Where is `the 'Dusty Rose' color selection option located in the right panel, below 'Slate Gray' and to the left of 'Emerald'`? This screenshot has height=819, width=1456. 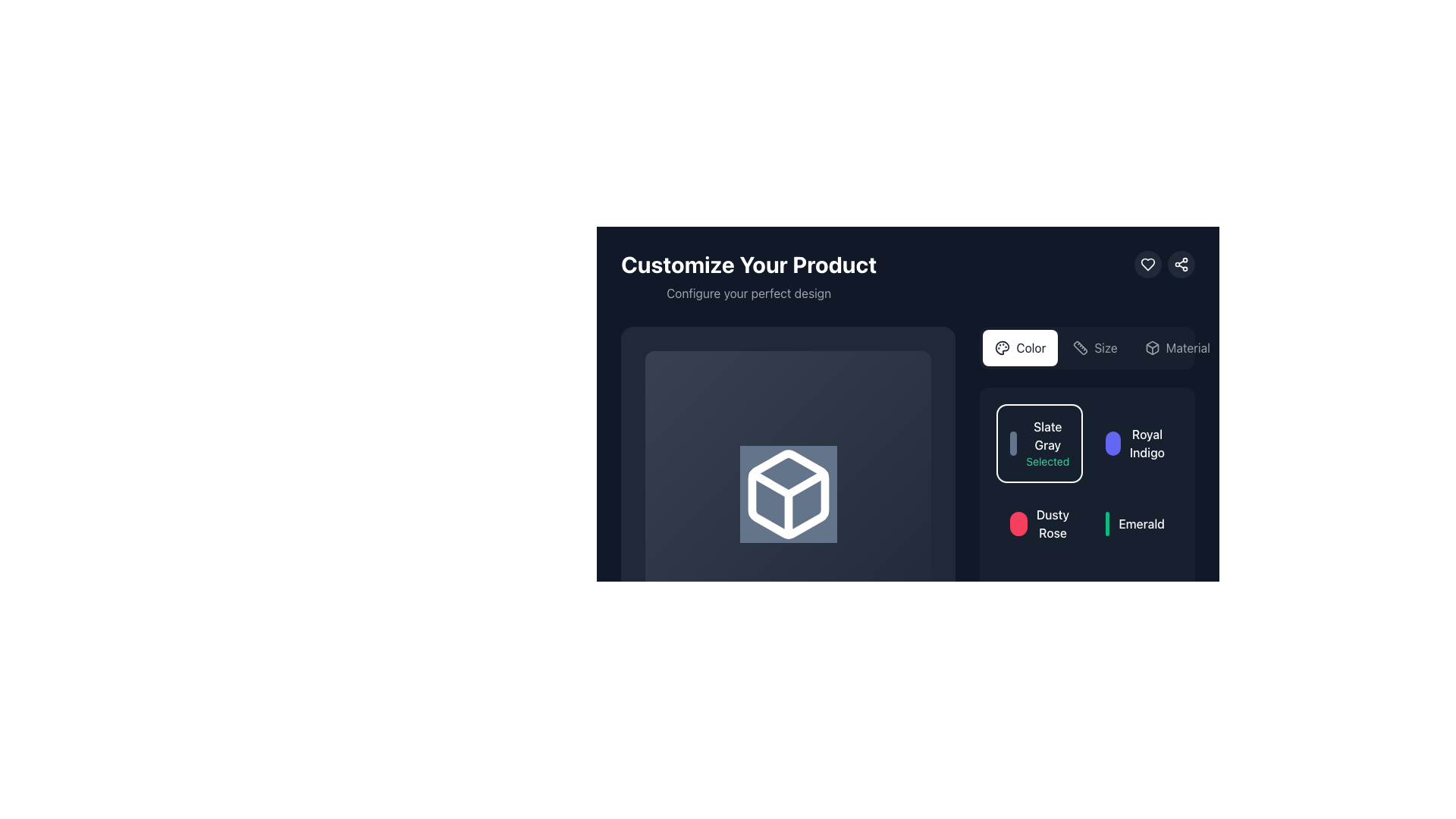 the 'Dusty Rose' color selection option located in the right panel, below 'Slate Gray' and to the left of 'Emerald' is located at coordinates (1039, 522).